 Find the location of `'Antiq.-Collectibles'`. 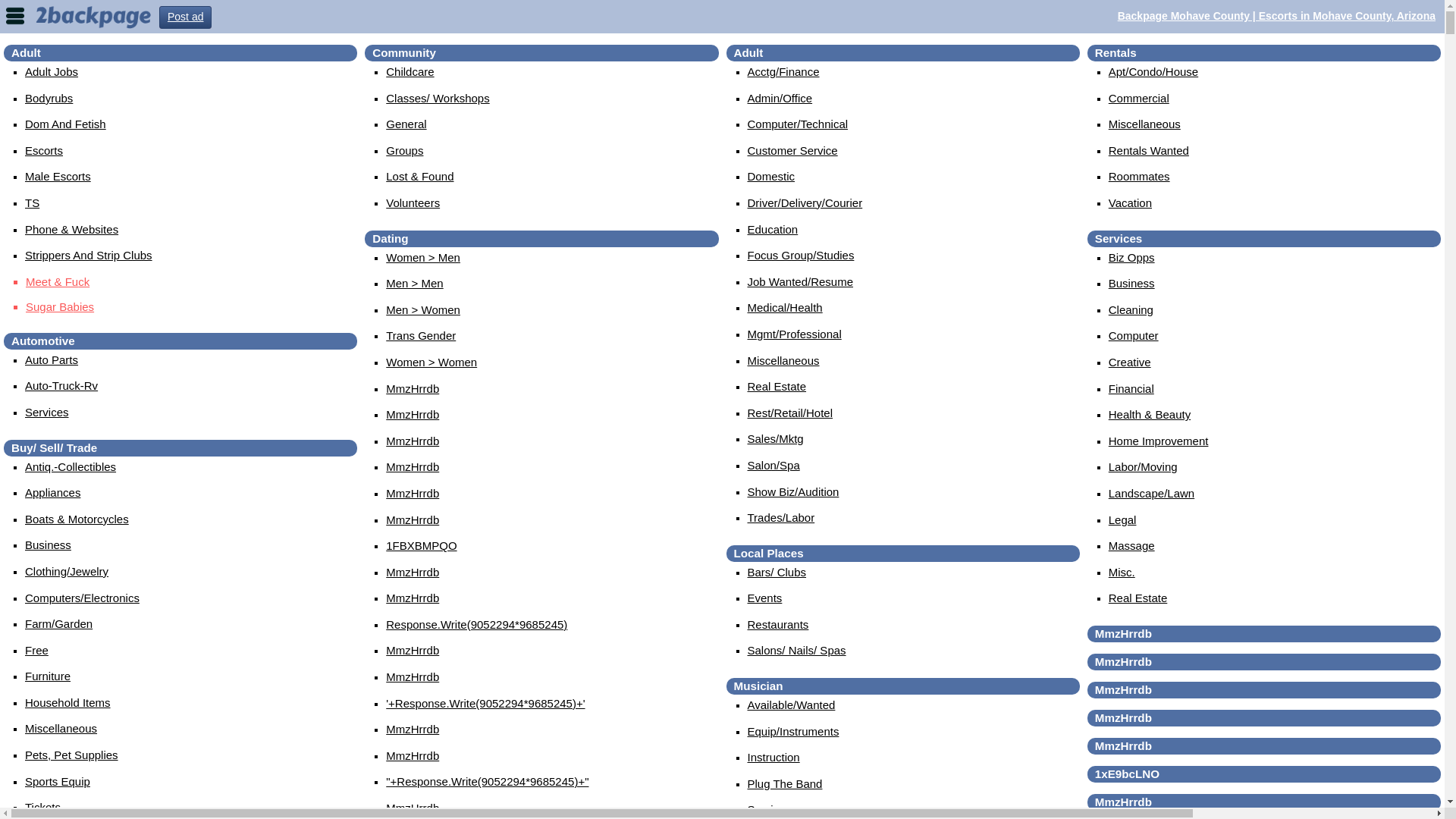

'Antiq.-Collectibles' is located at coordinates (69, 466).